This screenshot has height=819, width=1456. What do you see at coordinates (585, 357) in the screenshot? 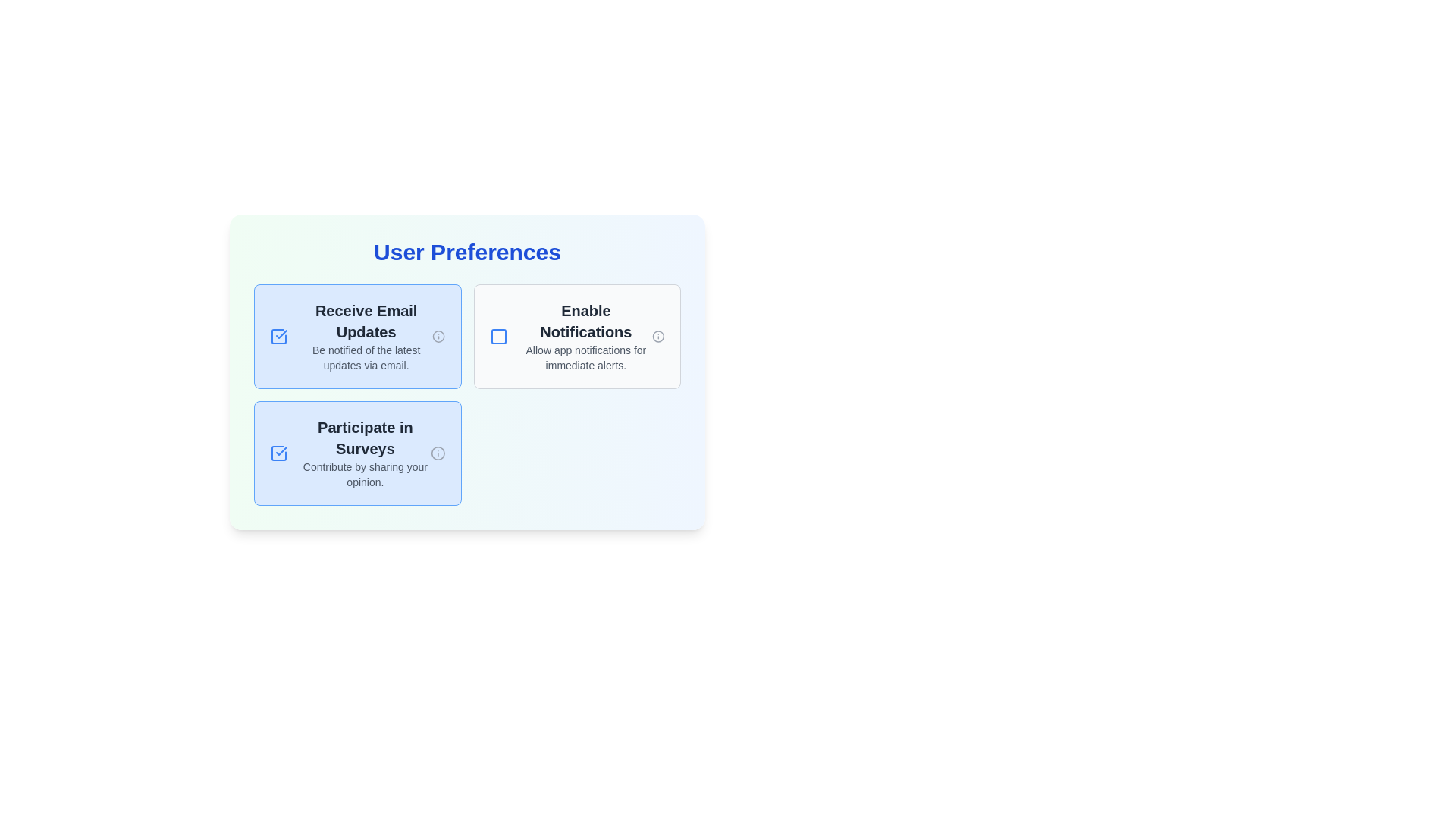
I see `the descriptive text label providing information about the 'Enable Notifications' option, which is located below the title 'Enable Notifications' in the user preferences section` at bounding box center [585, 357].